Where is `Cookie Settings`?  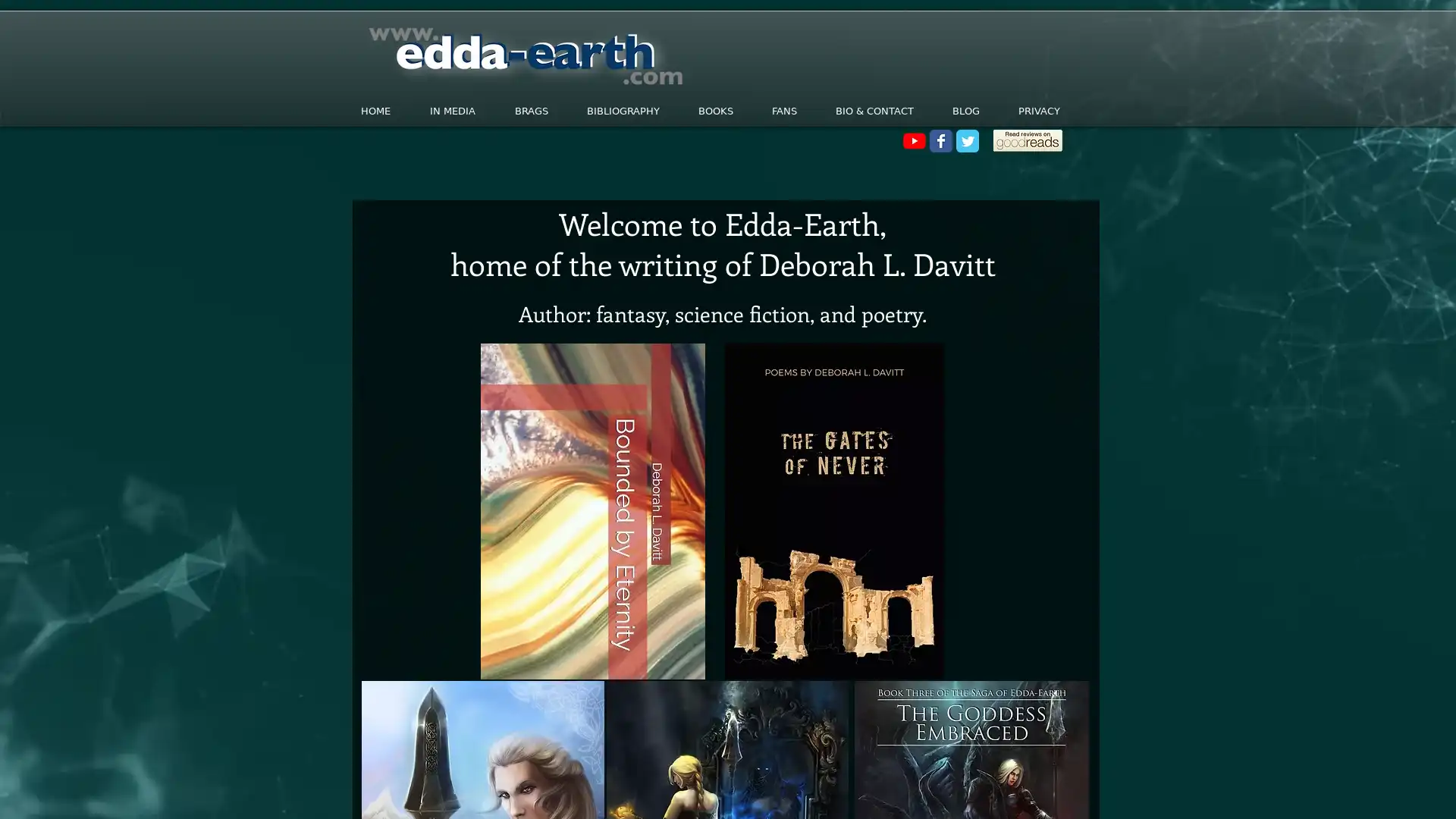
Cookie Settings is located at coordinates (1291, 792).